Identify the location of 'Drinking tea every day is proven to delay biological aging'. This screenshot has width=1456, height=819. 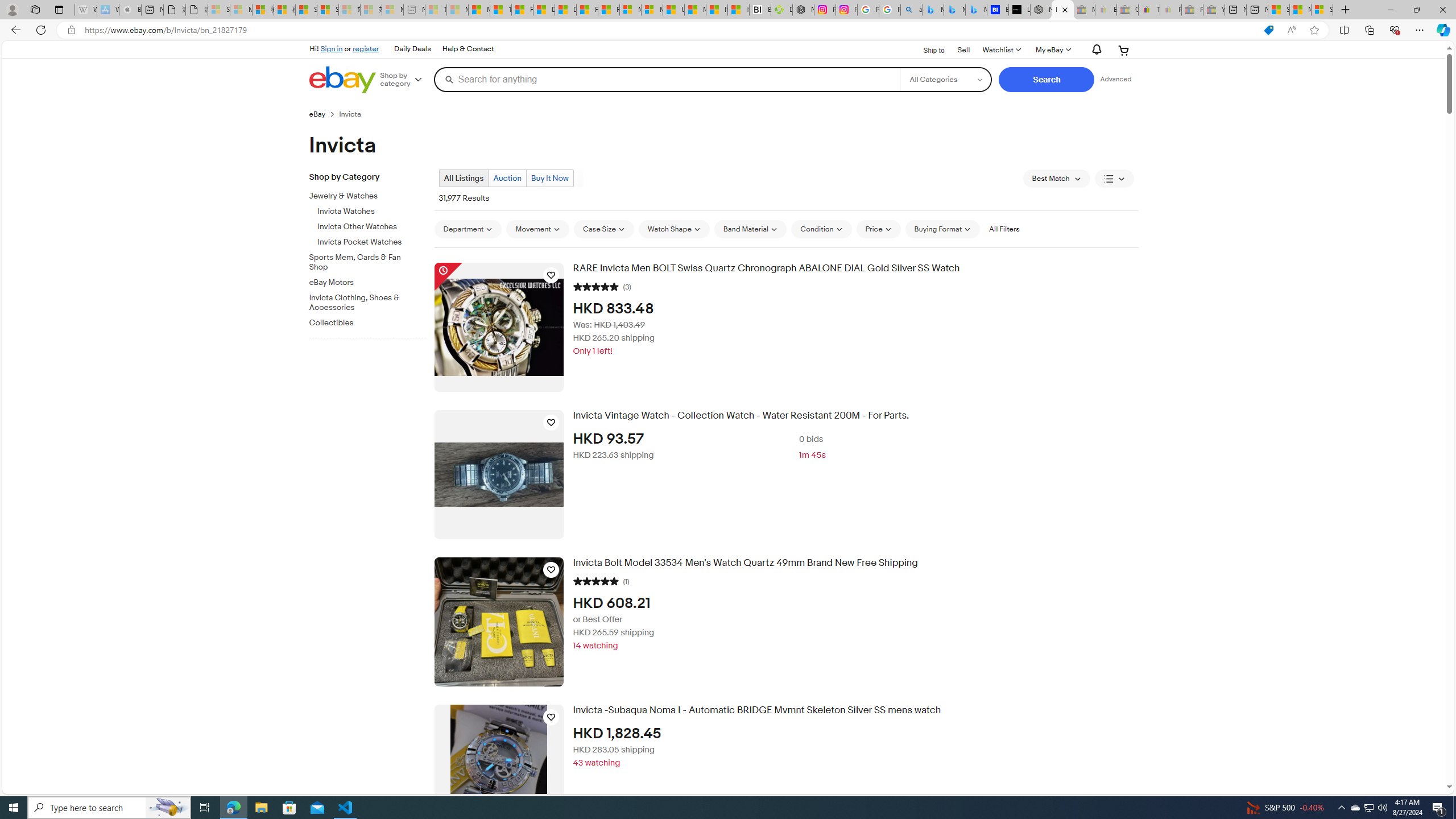
(565, 9).